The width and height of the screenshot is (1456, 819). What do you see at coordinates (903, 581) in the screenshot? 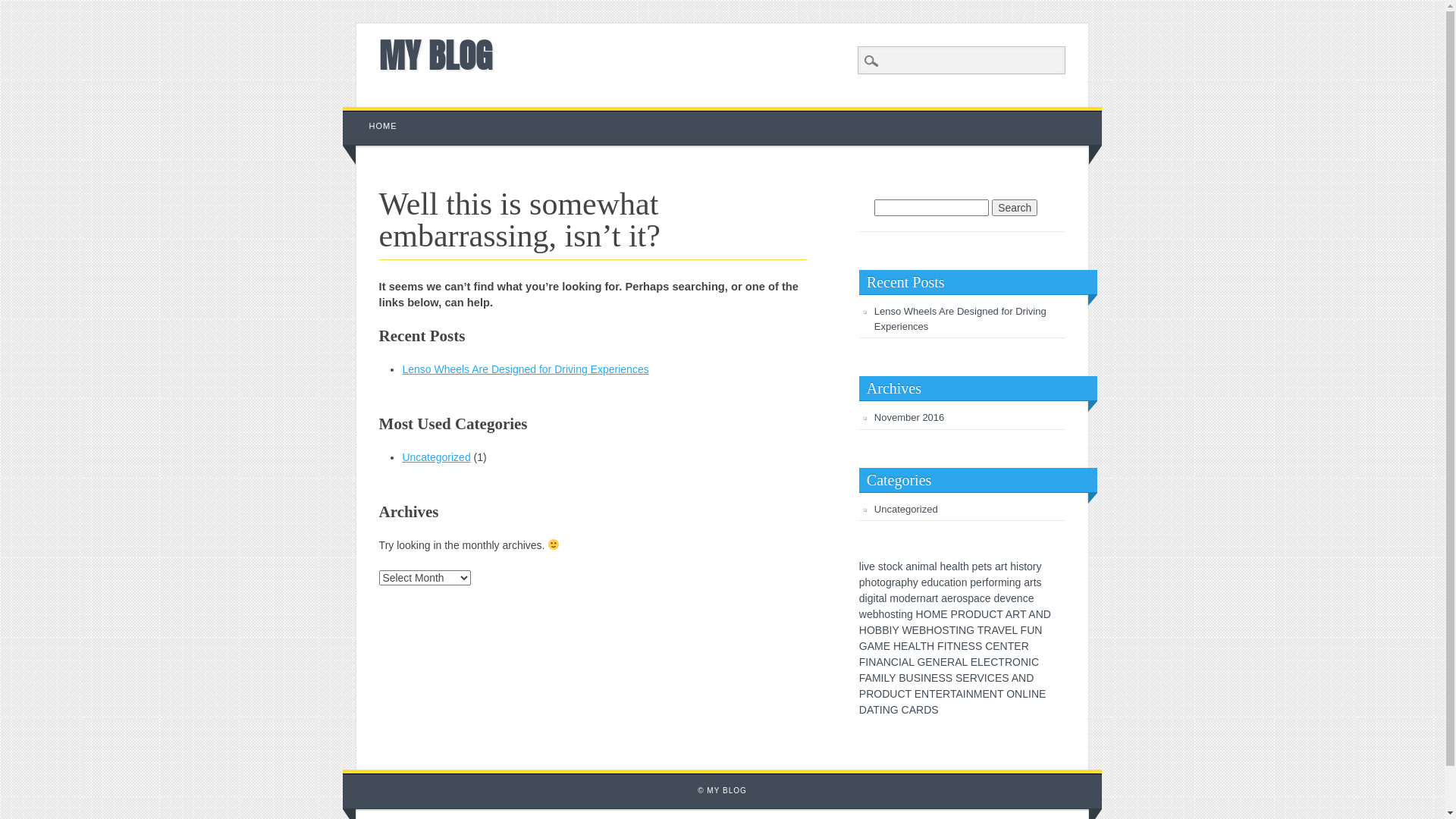
I see `'p'` at bounding box center [903, 581].